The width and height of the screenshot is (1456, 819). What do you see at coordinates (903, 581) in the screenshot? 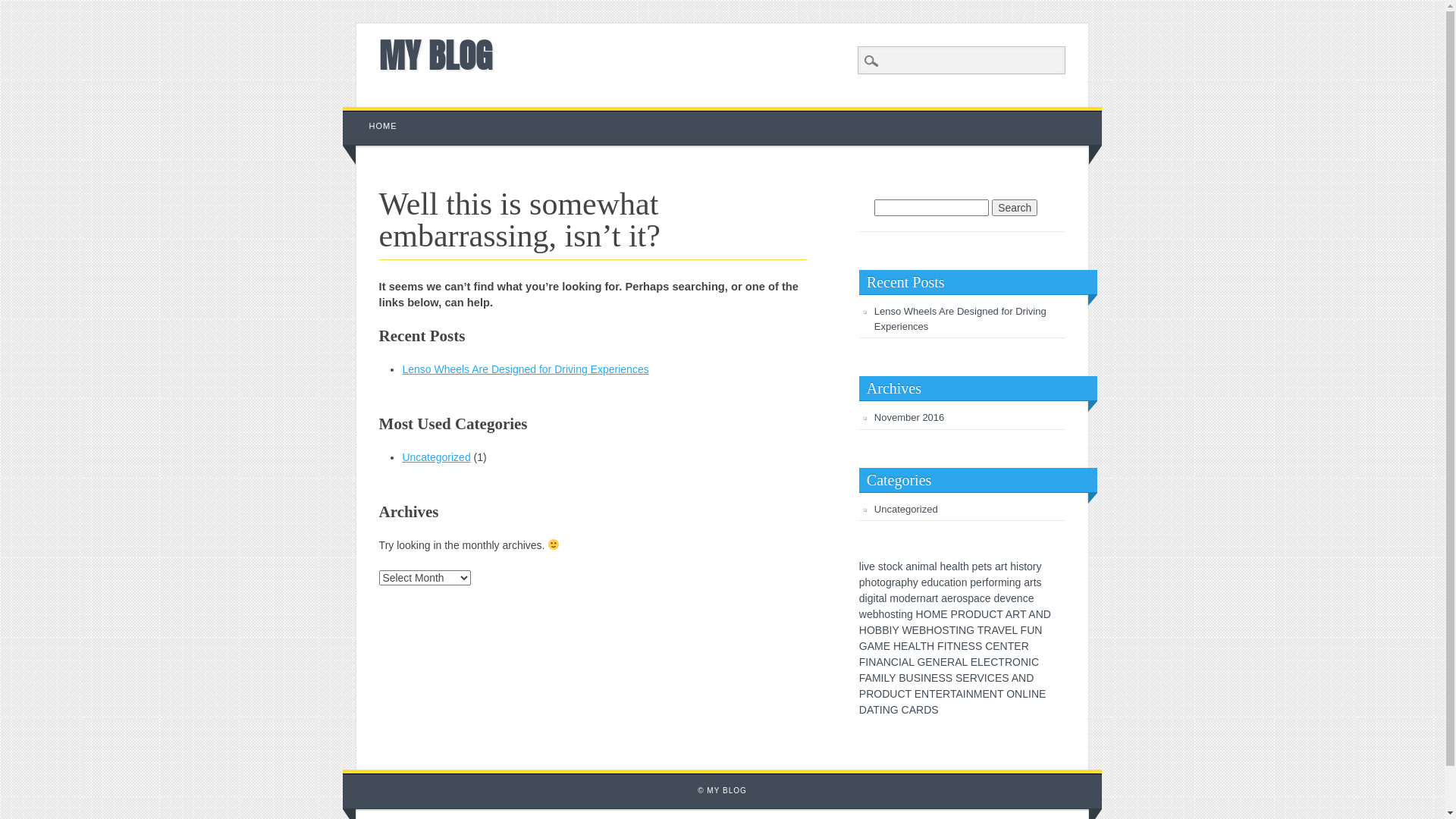
I see `'p'` at bounding box center [903, 581].